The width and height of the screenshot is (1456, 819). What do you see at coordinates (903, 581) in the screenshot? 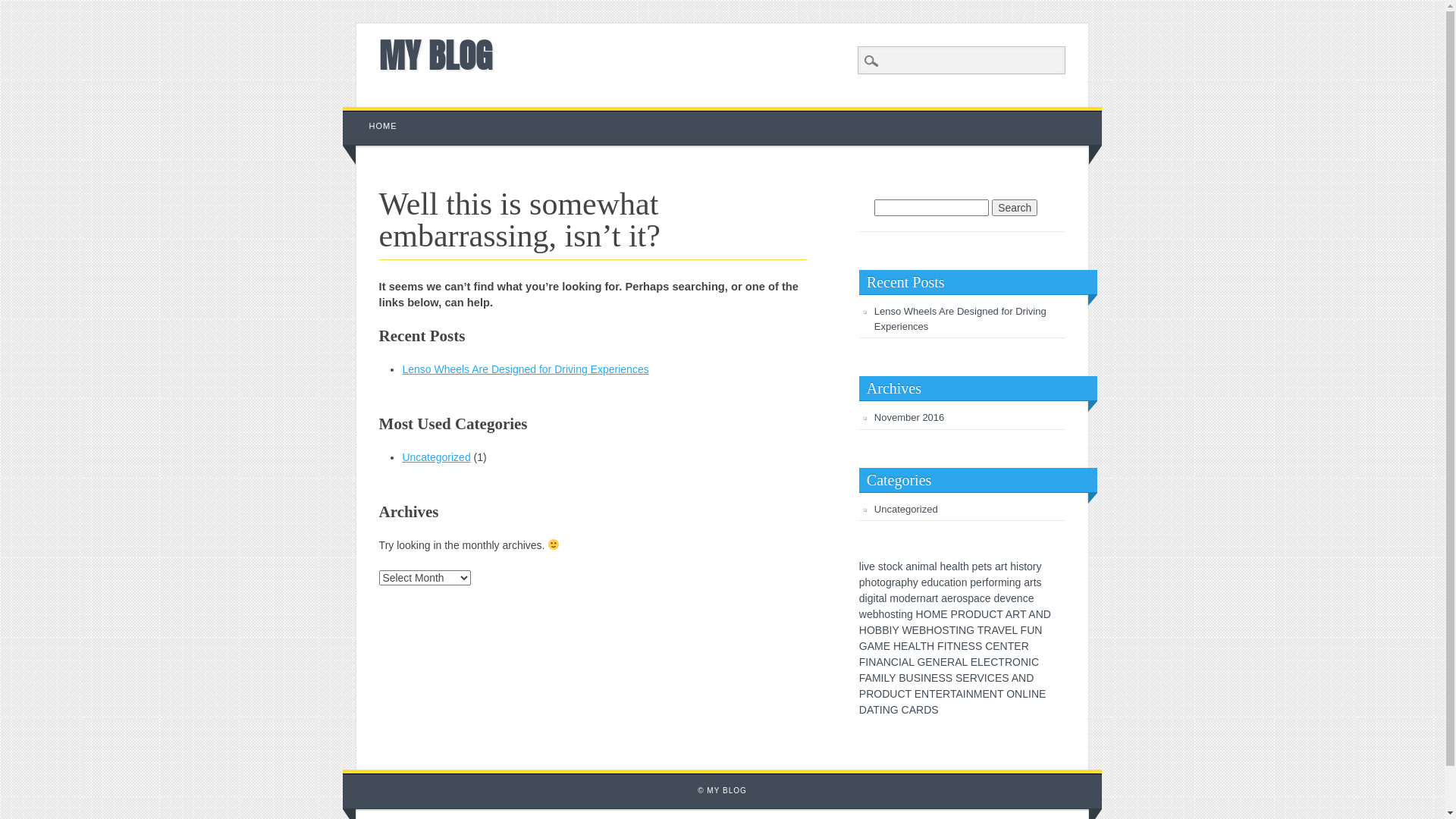
I see `'p'` at bounding box center [903, 581].